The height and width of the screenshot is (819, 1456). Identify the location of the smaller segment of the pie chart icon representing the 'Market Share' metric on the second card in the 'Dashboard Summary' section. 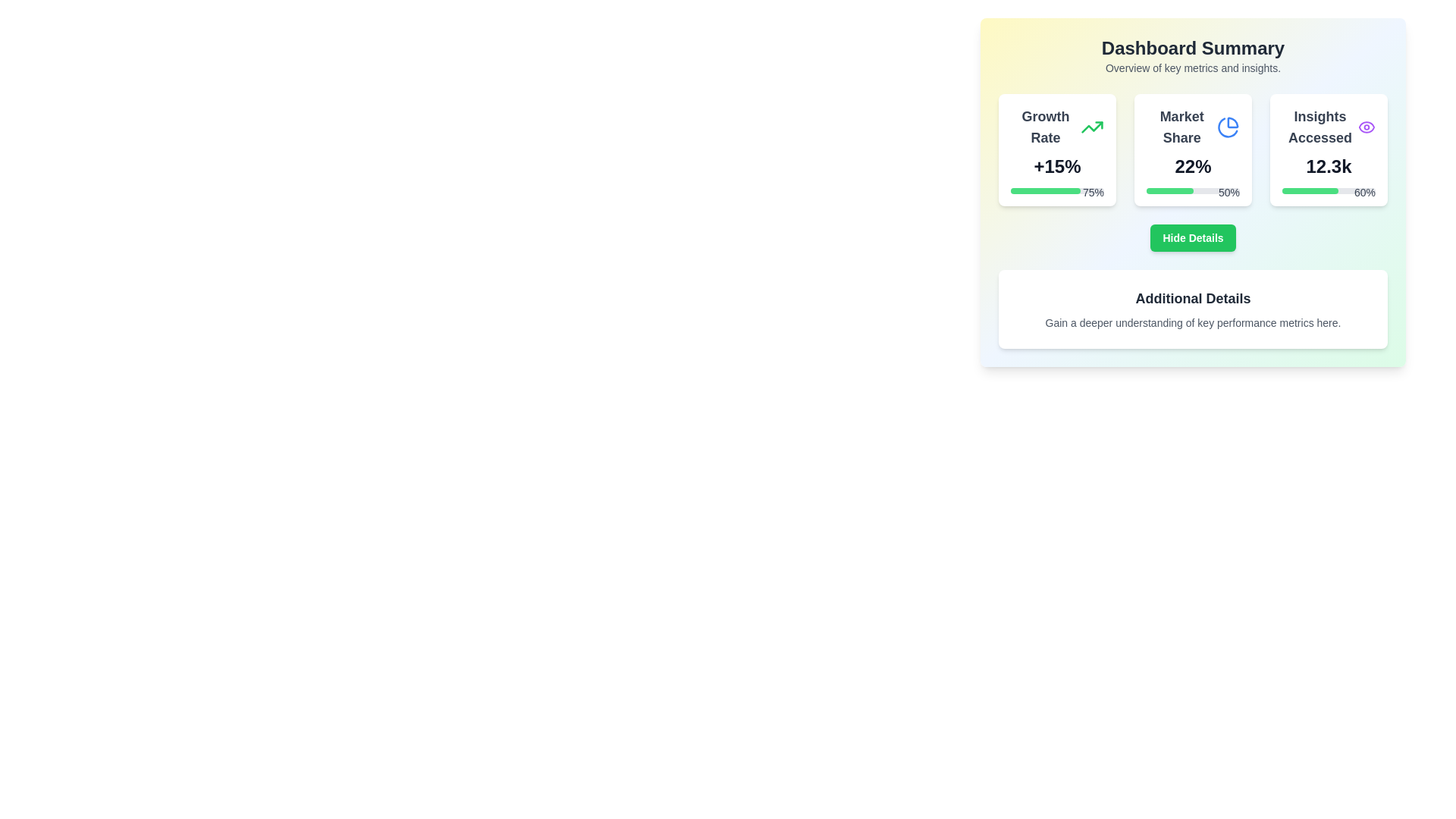
(1233, 121).